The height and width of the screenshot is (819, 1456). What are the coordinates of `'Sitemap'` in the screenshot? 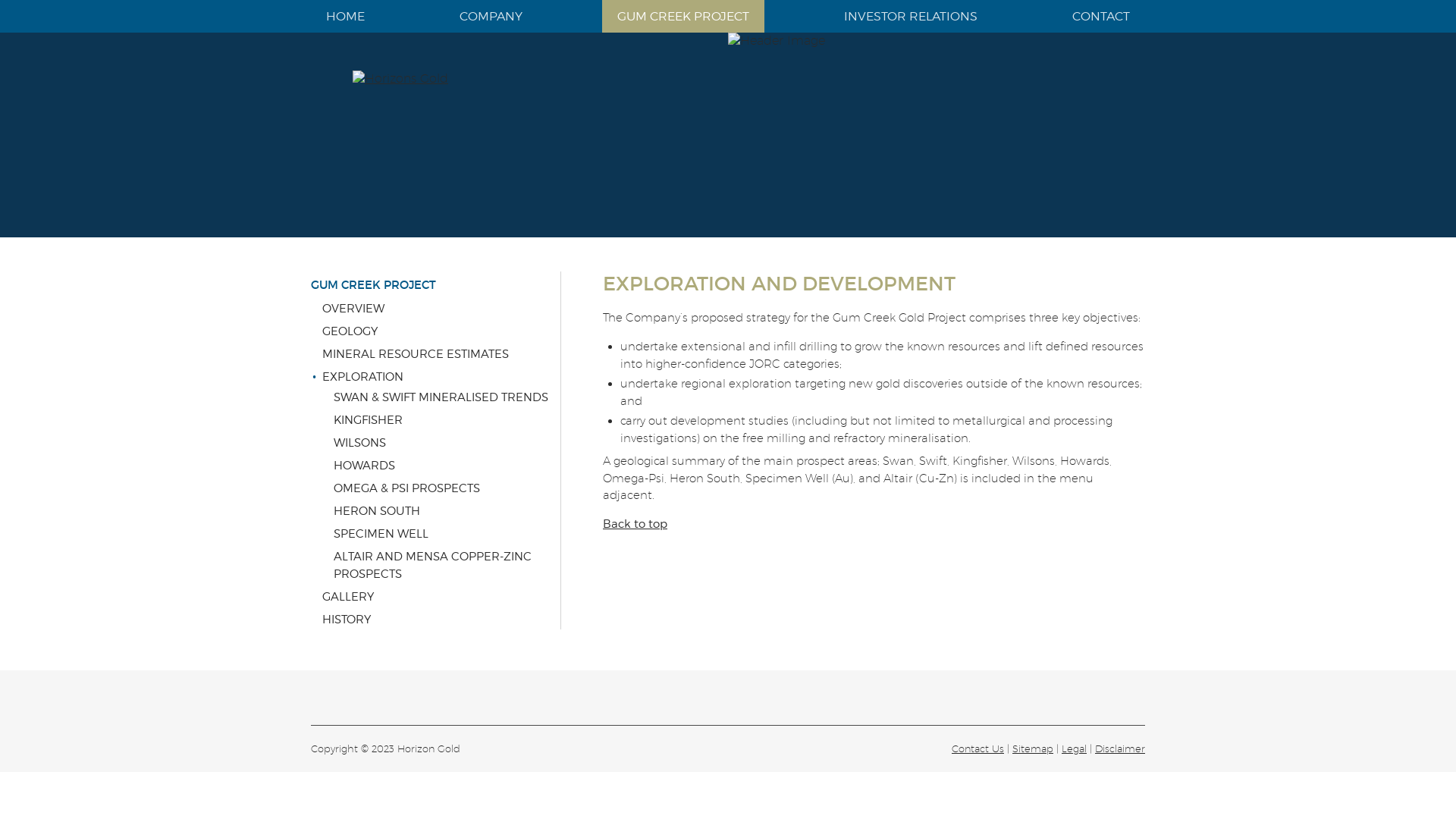 It's located at (1032, 748).